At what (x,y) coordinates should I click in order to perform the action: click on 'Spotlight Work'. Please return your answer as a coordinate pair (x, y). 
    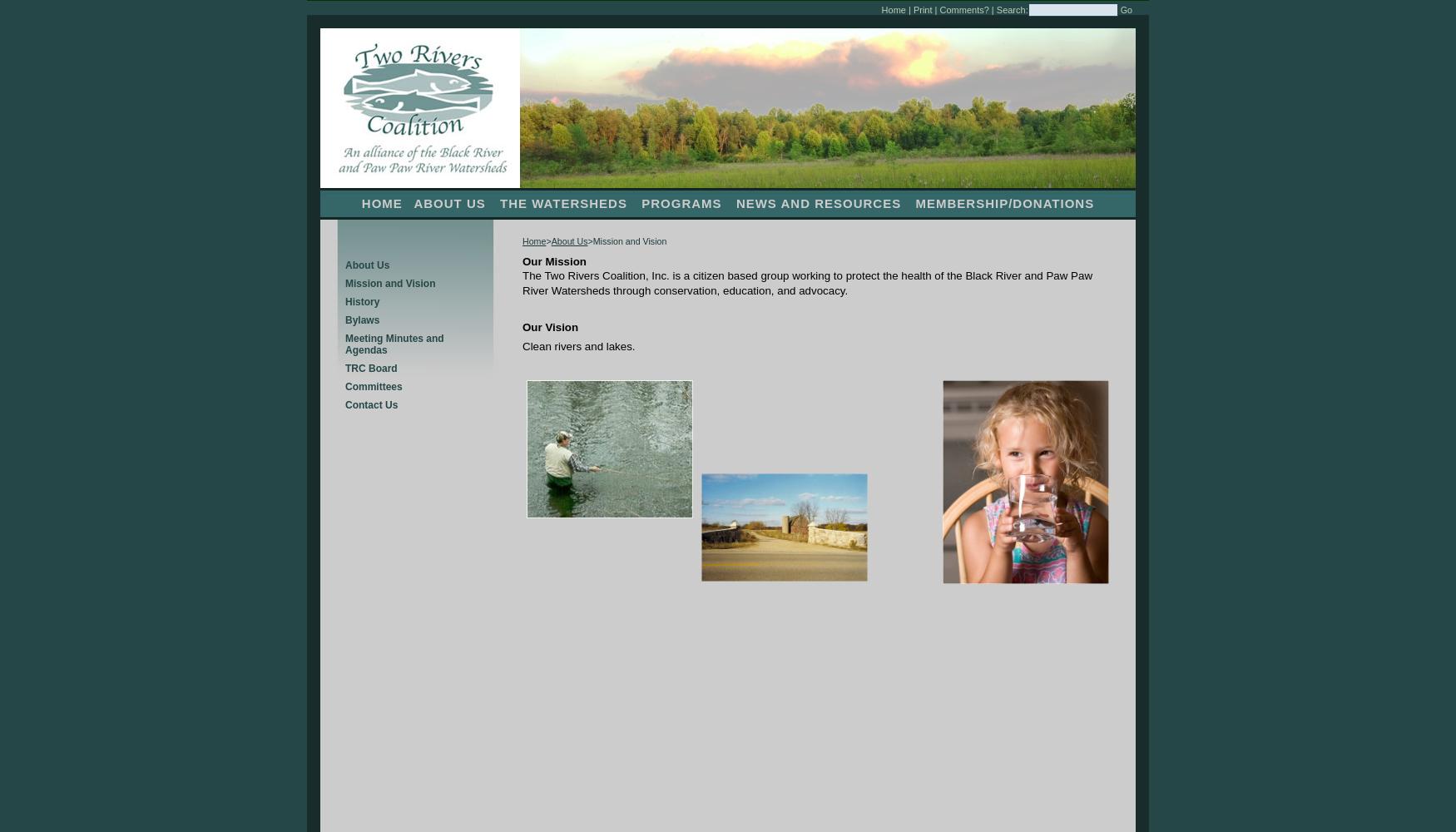
    Looking at the image, I should click on (36, 29).